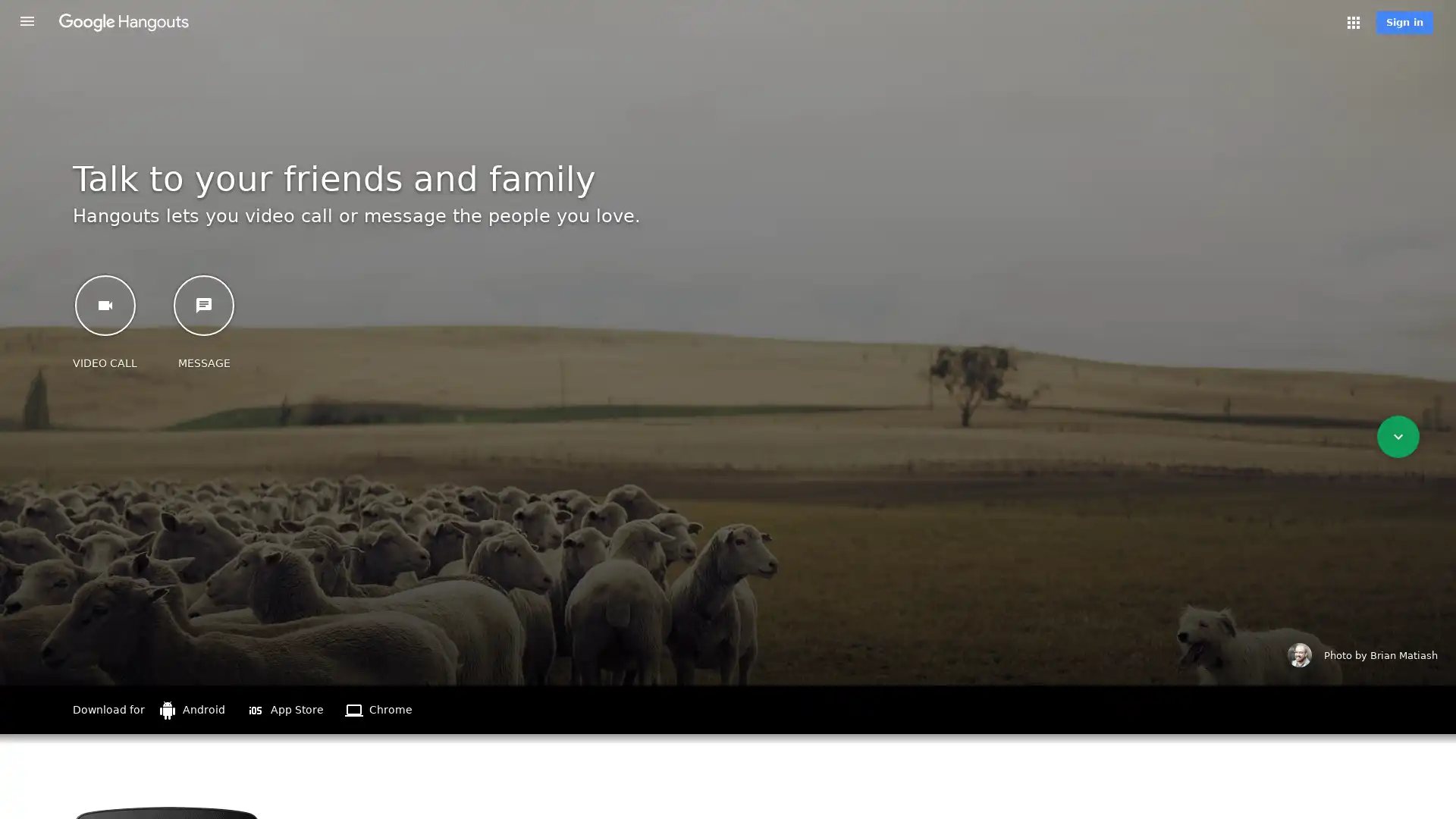  What do you see at coordinates (104, 305) in the screenshot?
I see `Start video call` at bounding box center [104, 305].